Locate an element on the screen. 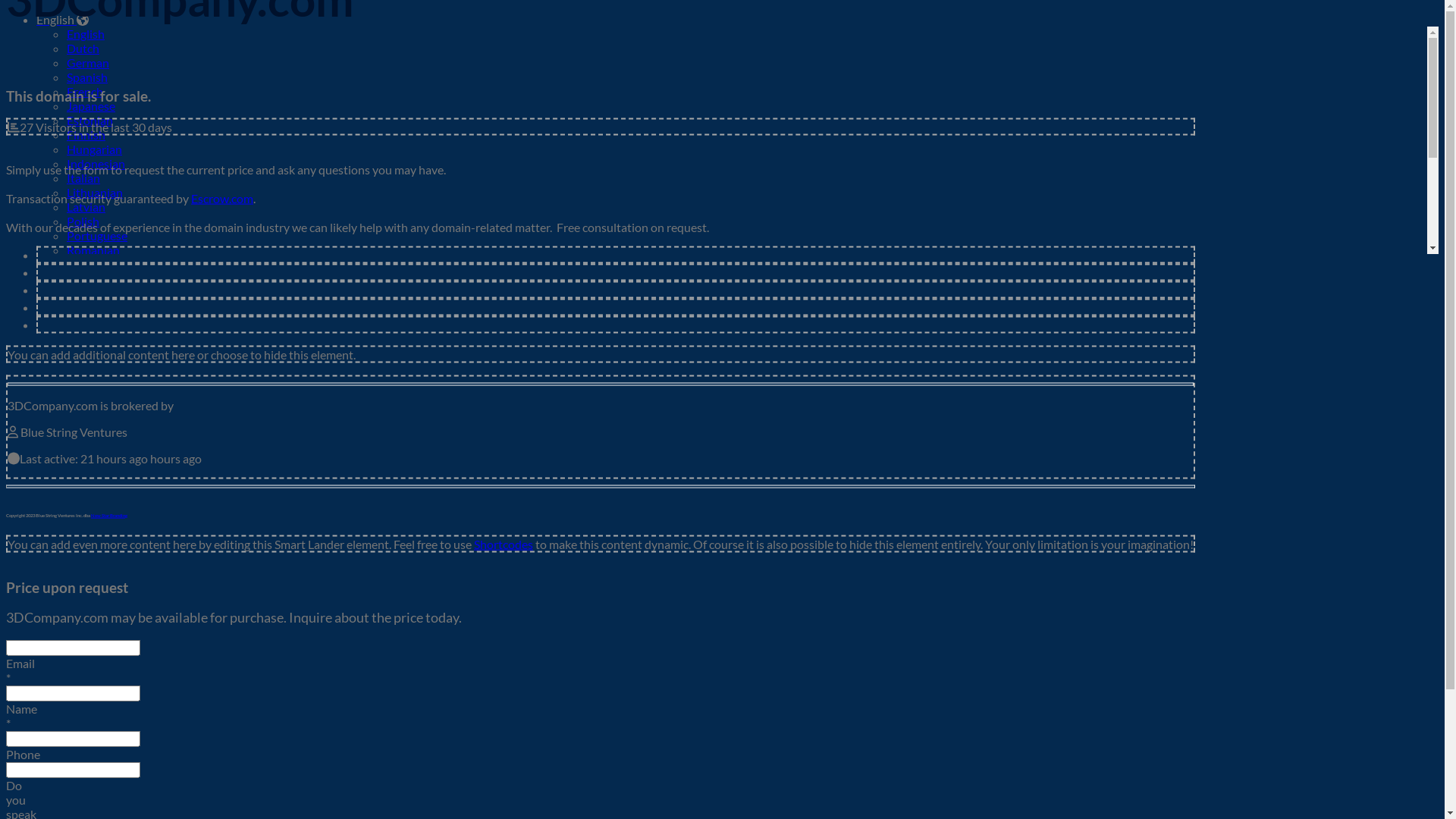 The height and width of the screenshot is (819, 1456). 'Latvian' is located at coordinates (85, 206).